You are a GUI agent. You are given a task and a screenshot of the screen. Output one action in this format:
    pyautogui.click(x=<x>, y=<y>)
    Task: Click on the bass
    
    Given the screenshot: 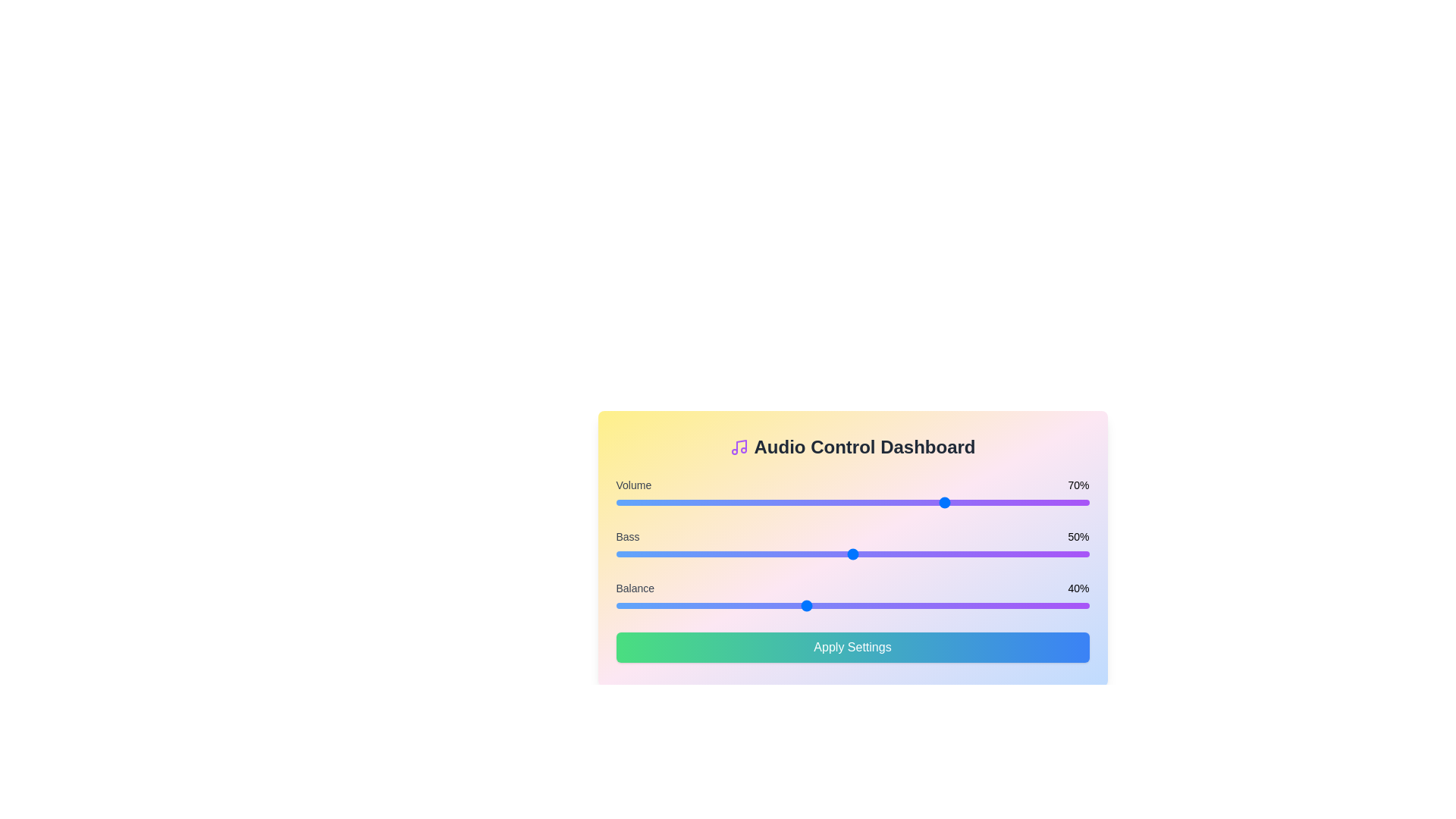 What is the action you would take?
    pyautogui.click(x=630, y=554)
    